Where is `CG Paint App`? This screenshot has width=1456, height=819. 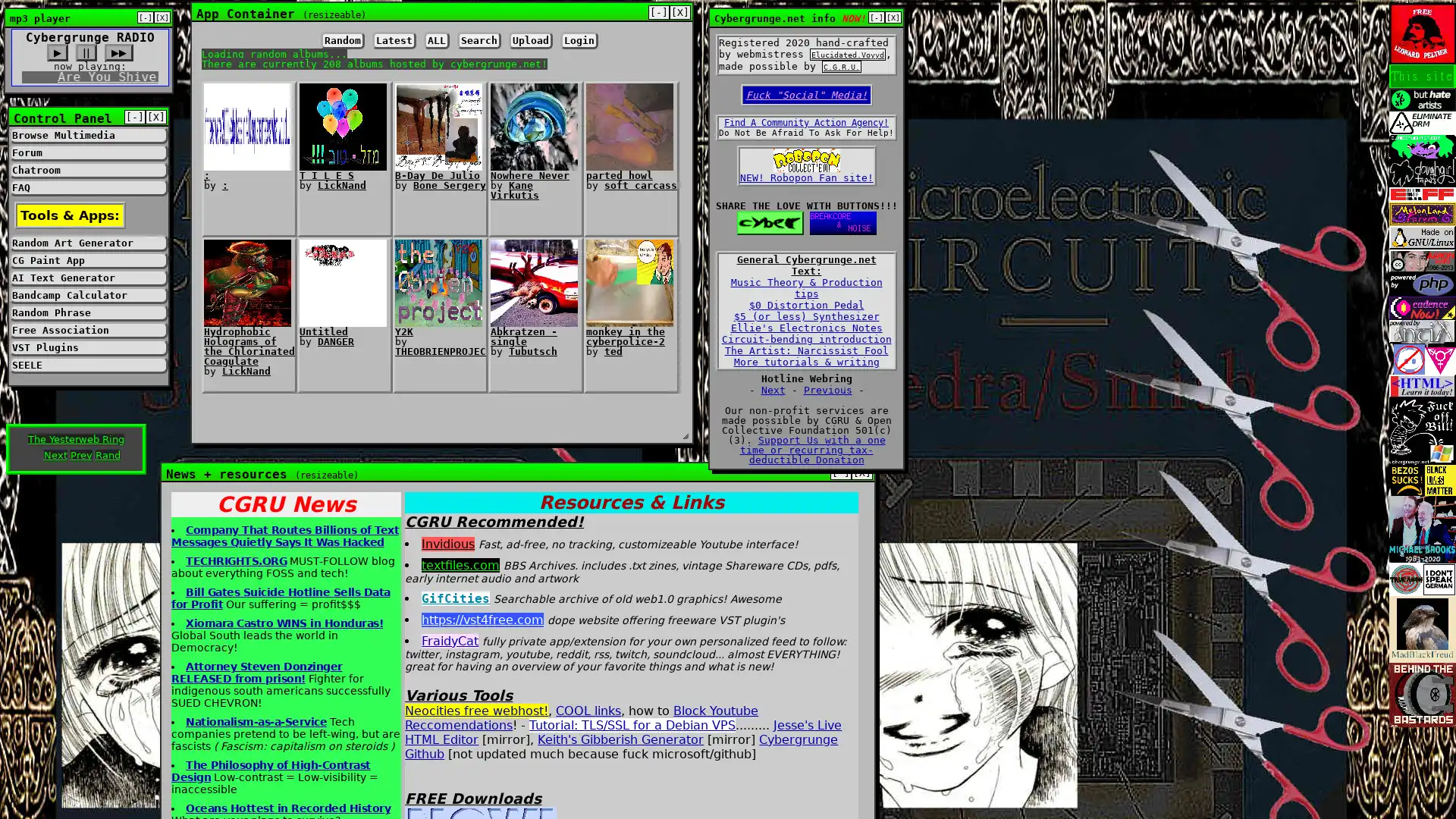
CG Paint App is located at coordinates (87, 259).